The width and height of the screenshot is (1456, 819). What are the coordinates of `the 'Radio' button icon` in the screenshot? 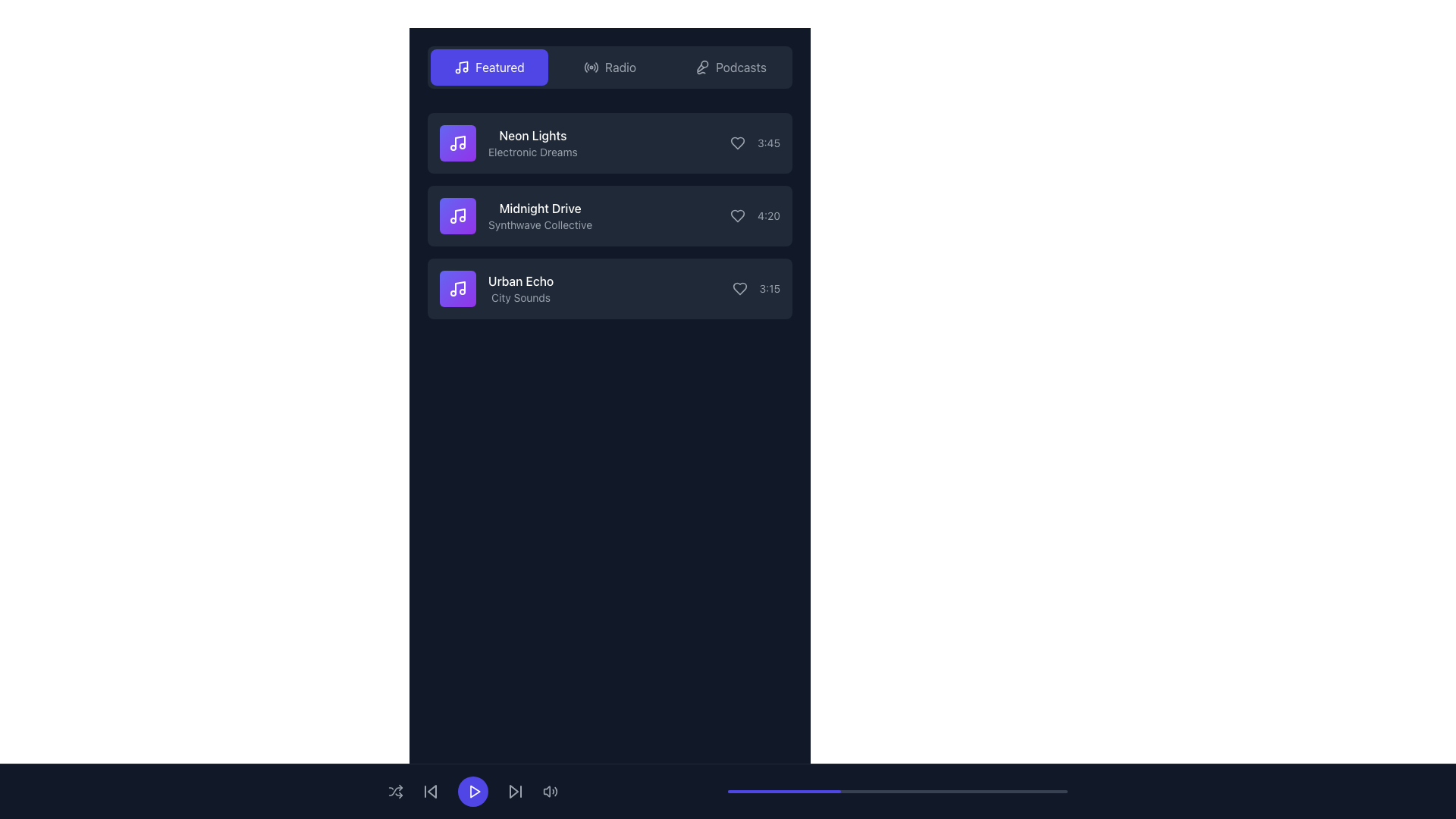 It's located at (591, 66).